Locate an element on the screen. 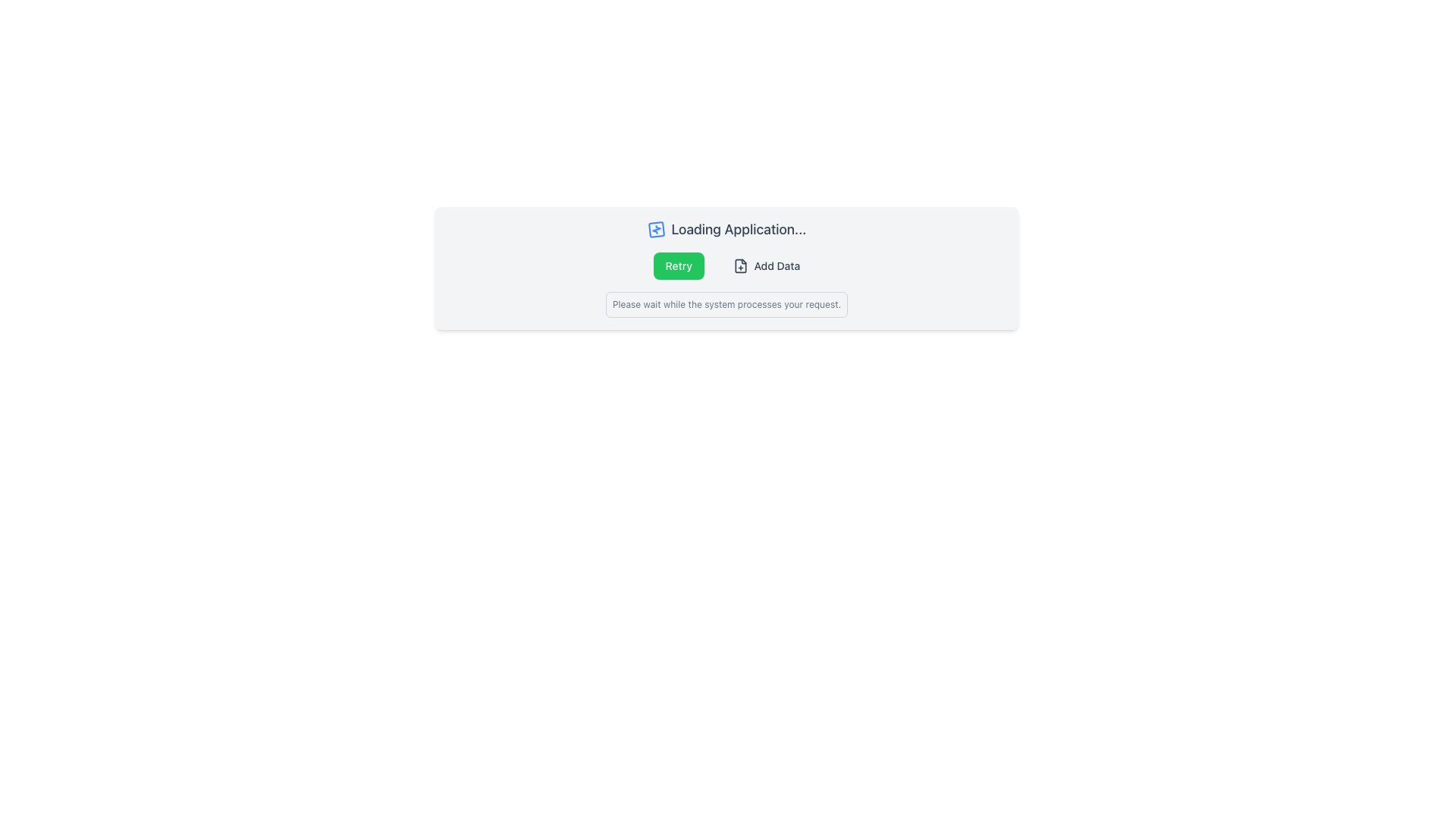 This screenshot has height=819, width=1456. the graphic component that is a thin-lined, geometric design located in the center of the application loading interface is located at coordinates (656, 230).